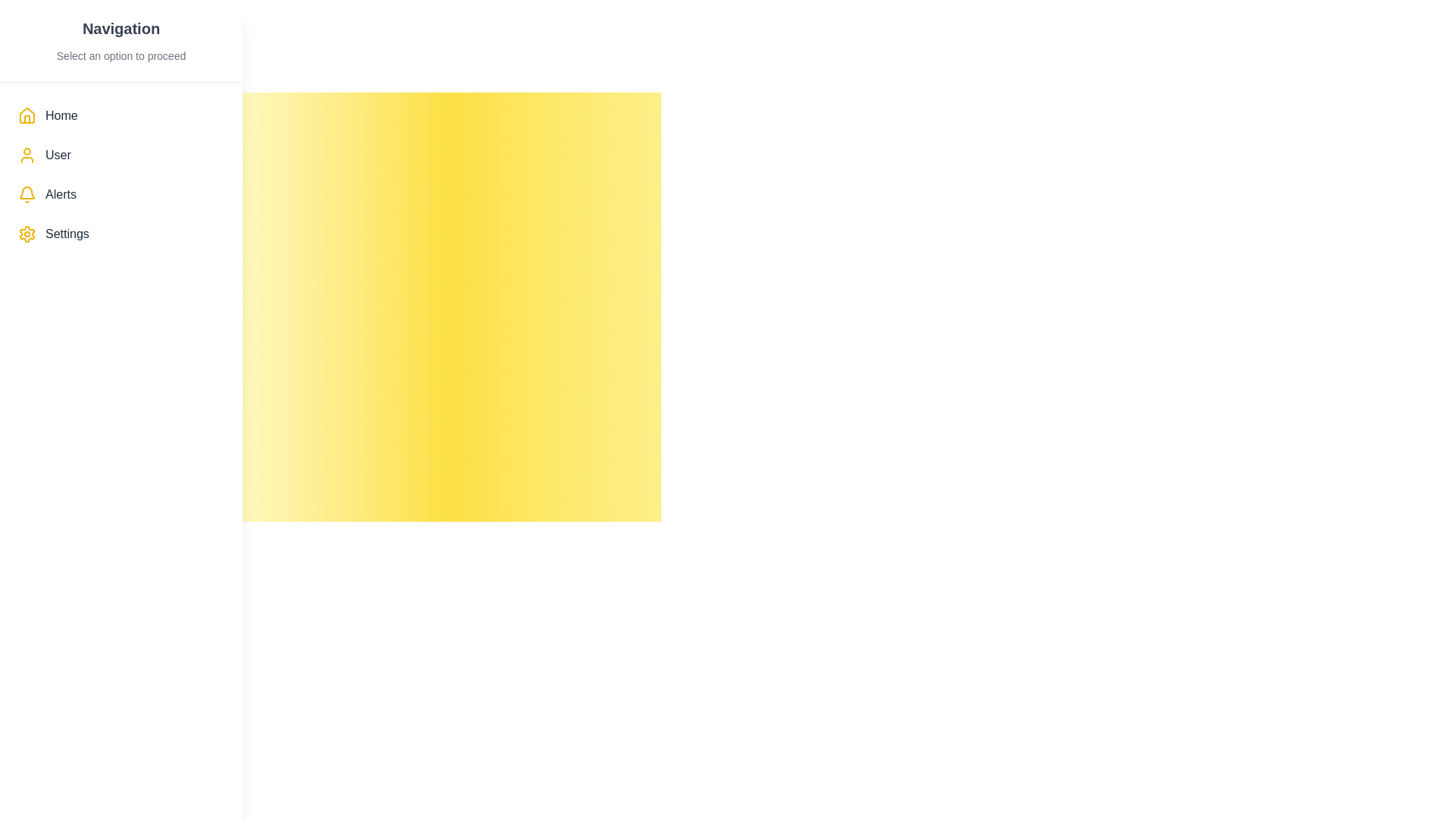  What do you see at coordinates (61, 115) in the screenshot?
I see `the 'Home' text label located in the vertical navigation menu` at bounding box center [61, 115].